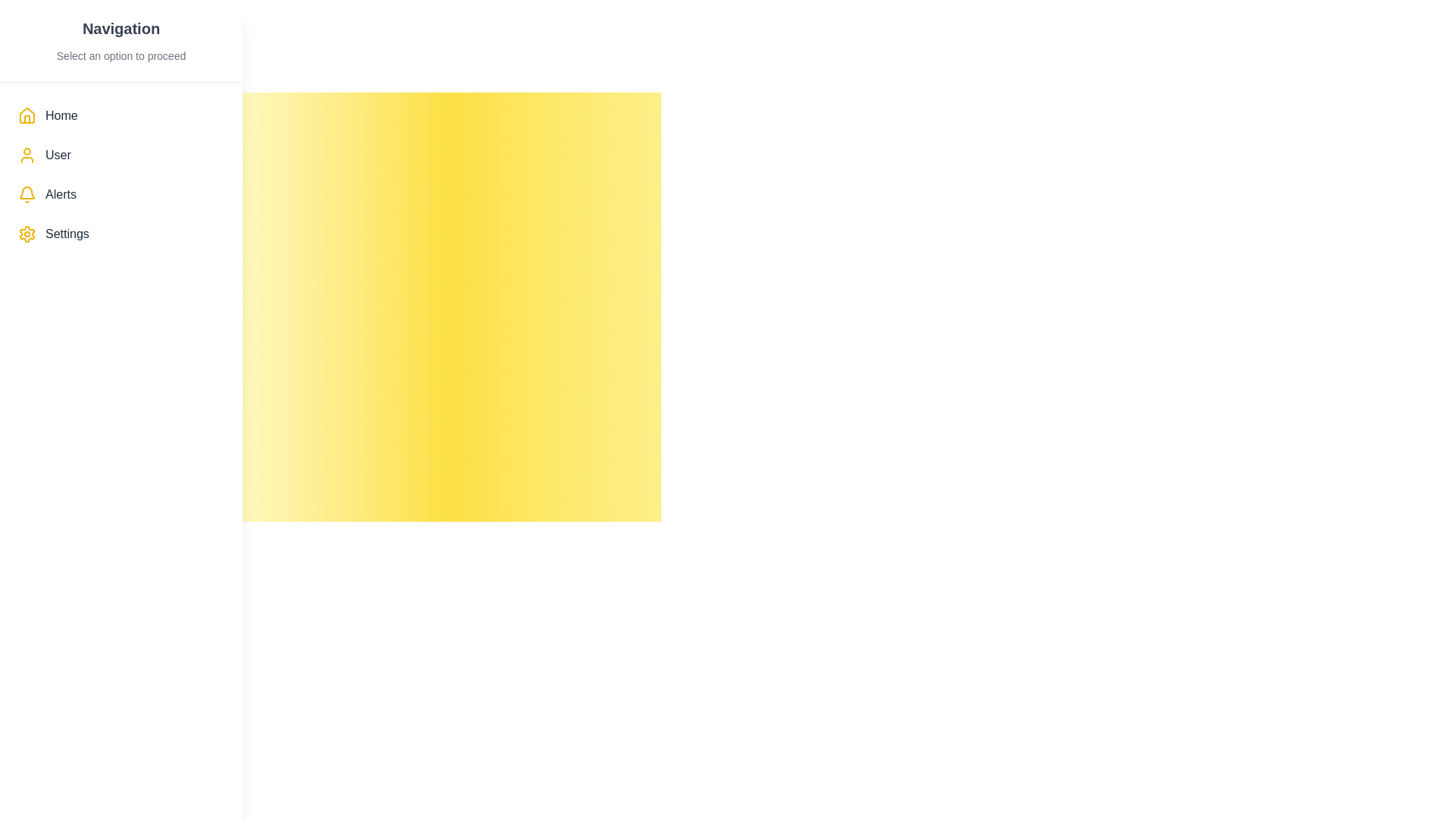  What do you see at coordinates (61, 115) in the screenshot?
I see `the 'Home' text label located in the vertical navigation menu` at bounding box center [61, 115].